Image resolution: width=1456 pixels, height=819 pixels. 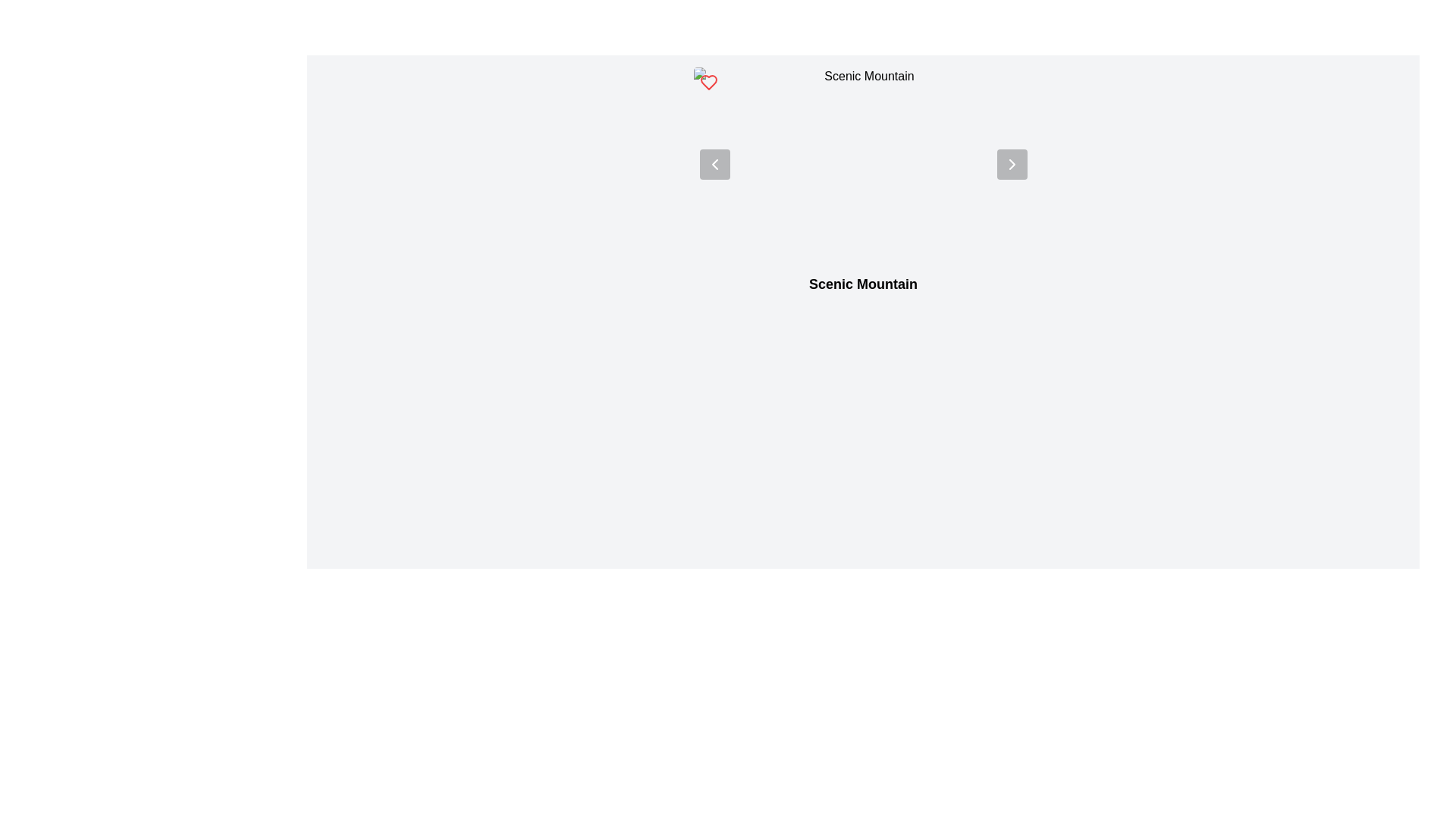 I want to click on the red heart icon to like or favorite it, which is located near the top left section of the interface adjacent to an image thumbnail and a textual label reading 'Scenic Mountain', so click(x=708, y=82).